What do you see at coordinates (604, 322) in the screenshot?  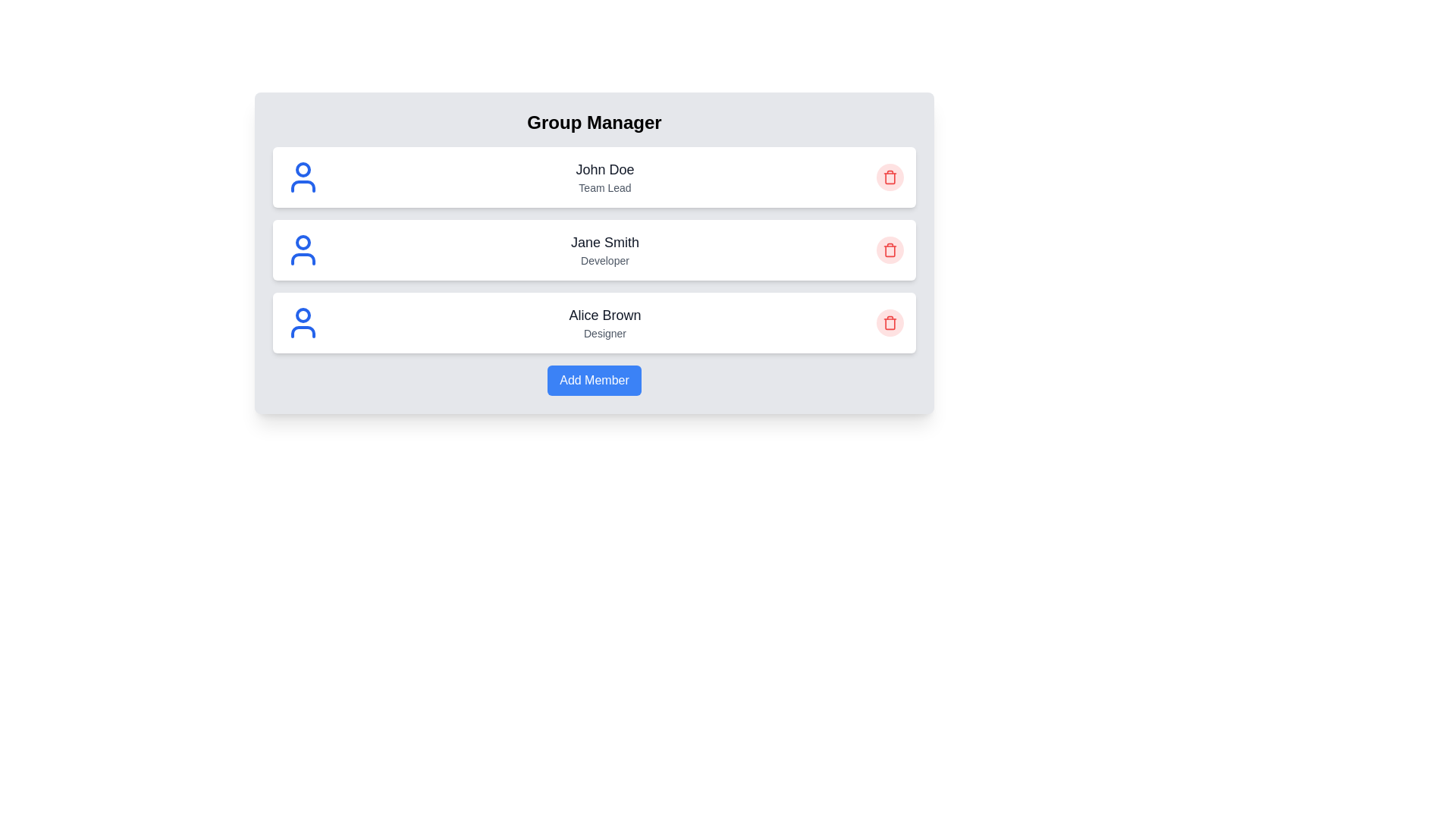 I see `the textual information element displaying the user name 'Alice Brown' and role 'Designer', located in the third card section of the interface, between 'Jane Smith' and the 'Add Member' button` at bounding box center [604, 322].